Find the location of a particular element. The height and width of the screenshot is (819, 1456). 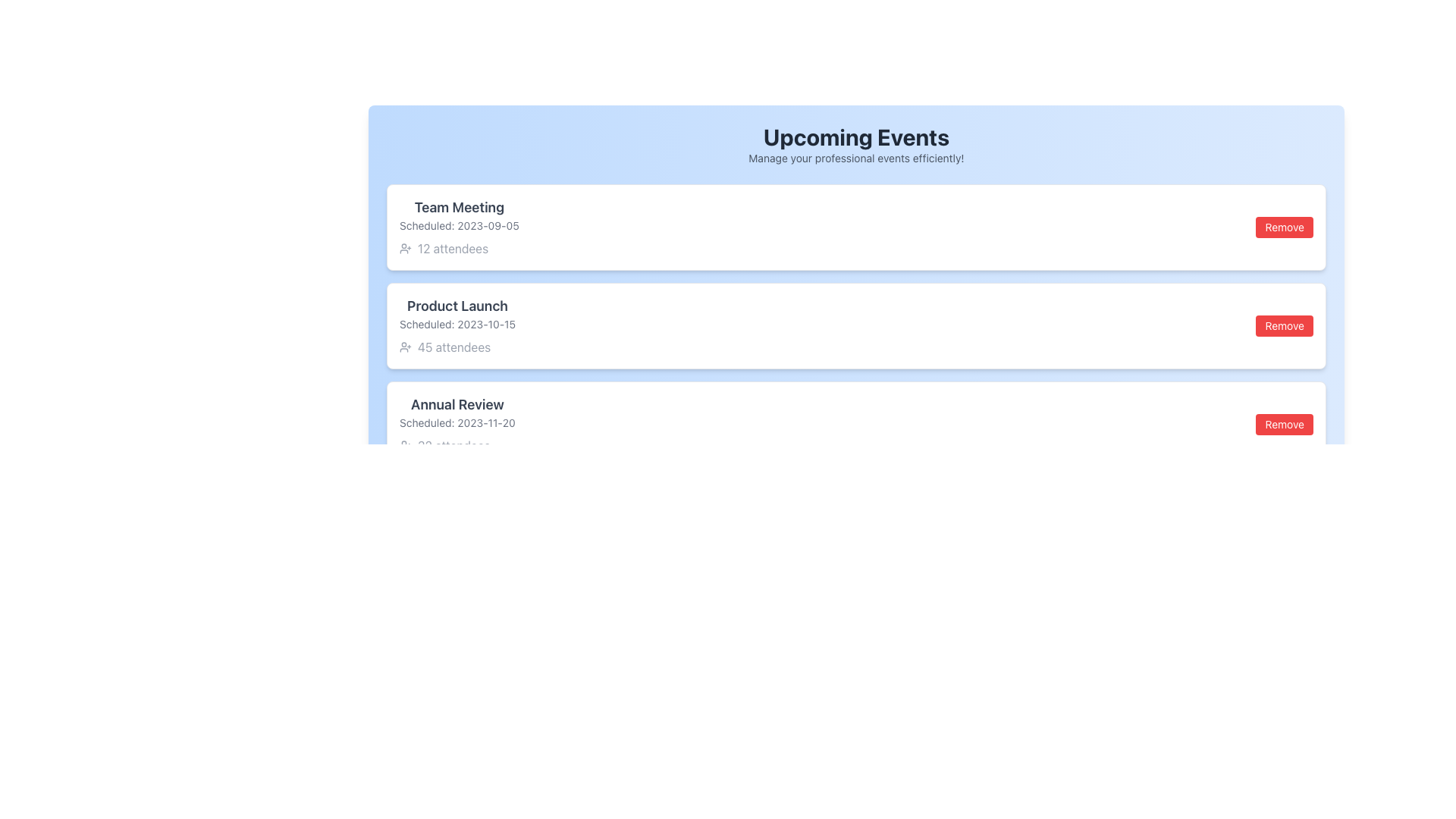

the Informational Text Block that displays 'Product Launch', scheduled for '2023-10-15', and shows '45 attendees', located in the second card of the events layout is located at coordinates (457, 325).